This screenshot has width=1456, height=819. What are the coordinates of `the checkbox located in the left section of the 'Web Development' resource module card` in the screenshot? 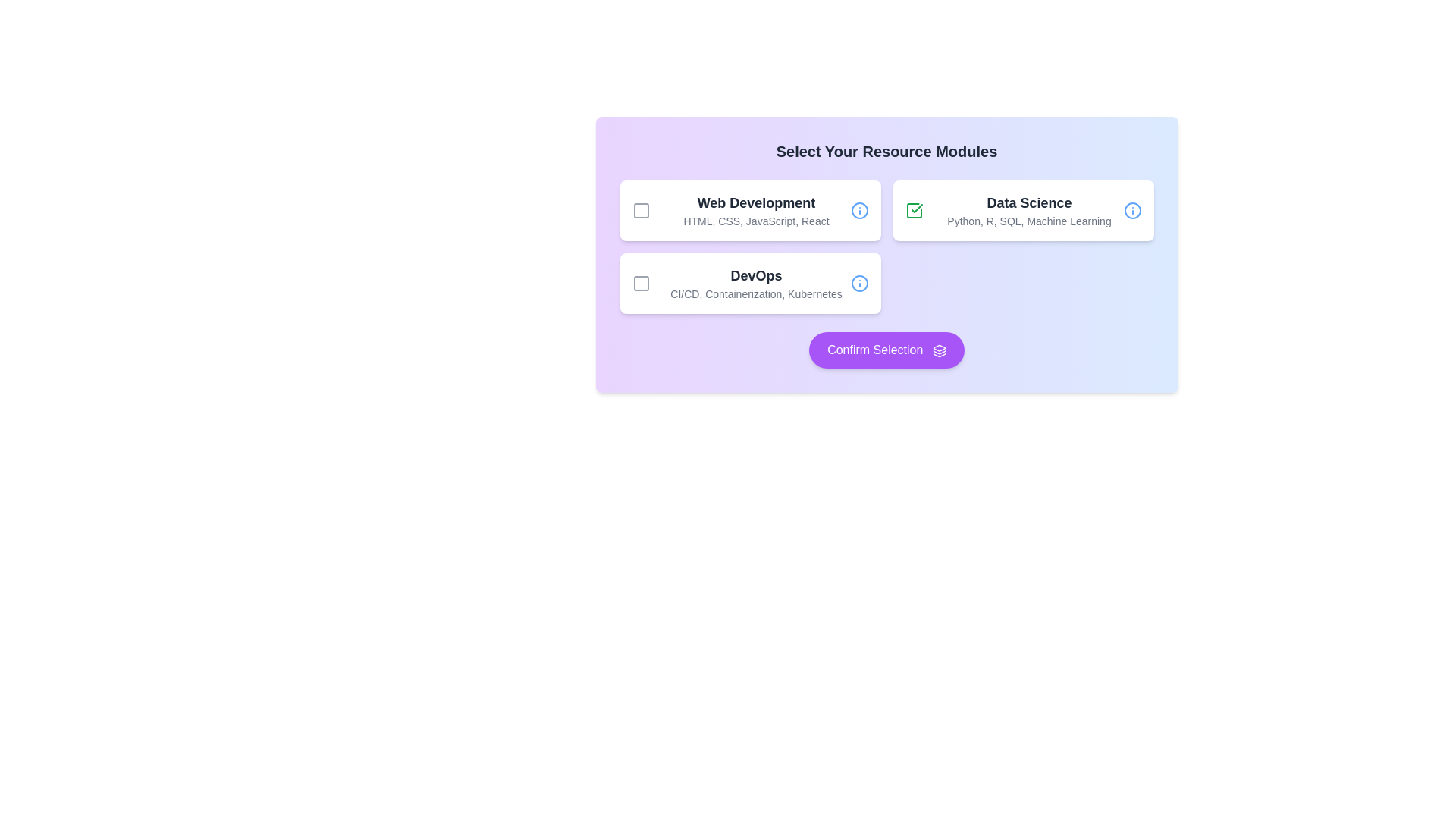 It's located at (641, 210).